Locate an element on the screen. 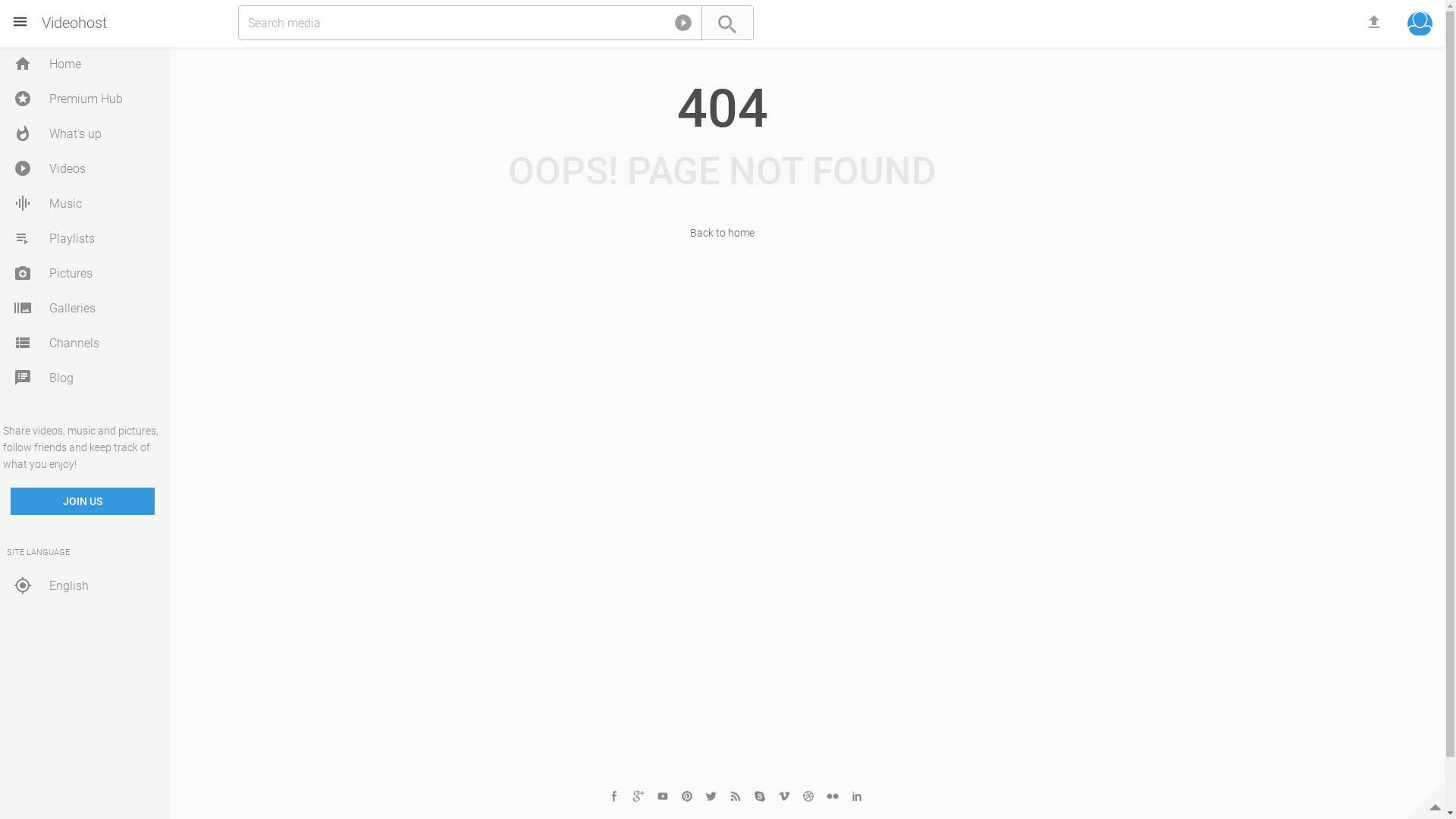  'JOIN US' is located at coordinates (82, 500).